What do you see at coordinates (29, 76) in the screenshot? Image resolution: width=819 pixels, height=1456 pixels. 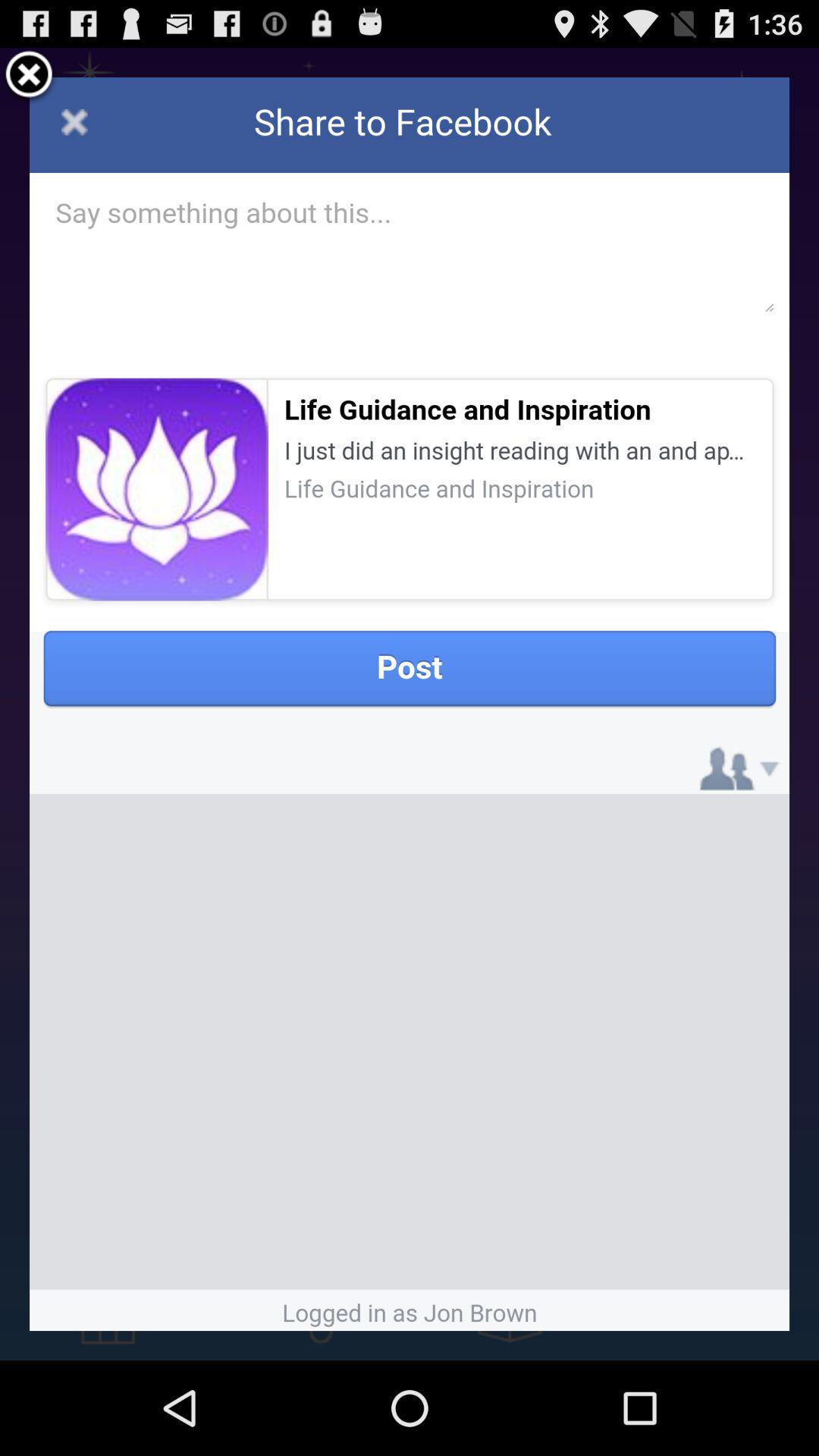 I see `close` at bounding box center [29, 76].